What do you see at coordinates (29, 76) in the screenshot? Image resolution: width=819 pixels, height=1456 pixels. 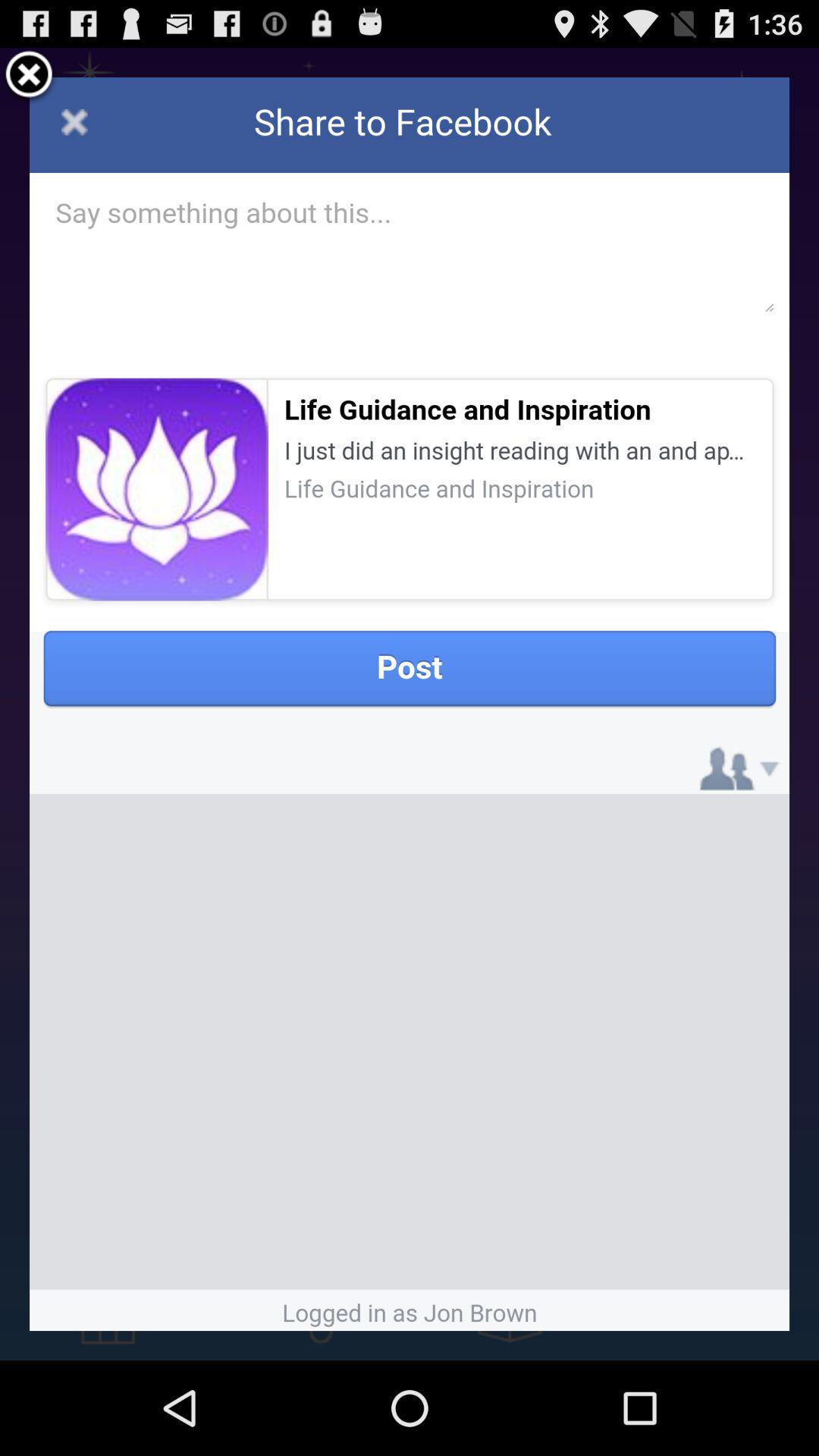 I see `close` at bounding box center [29, 76].